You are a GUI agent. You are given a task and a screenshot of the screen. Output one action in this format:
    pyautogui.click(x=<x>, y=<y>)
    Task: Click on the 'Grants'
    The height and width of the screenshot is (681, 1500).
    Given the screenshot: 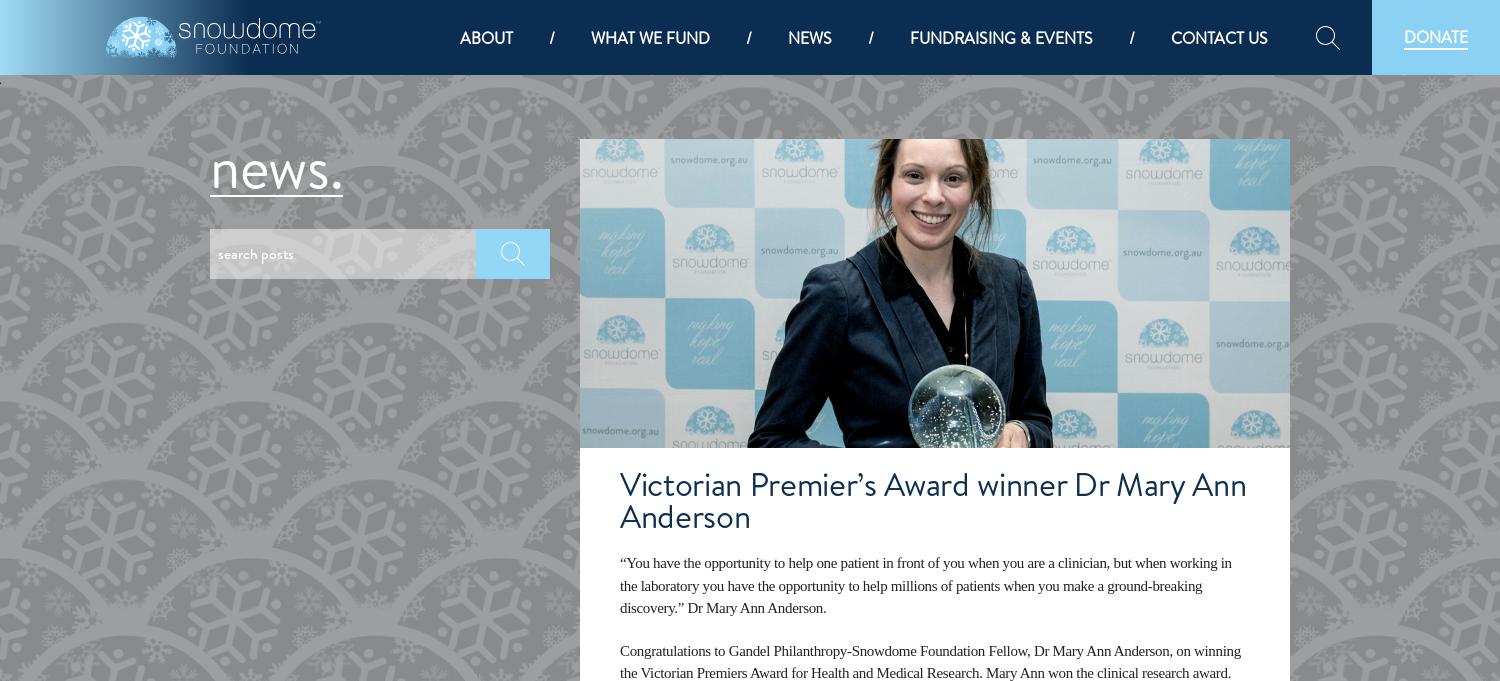 What is the action you would take?
    pyautogui.click(x=625, y=406)
    